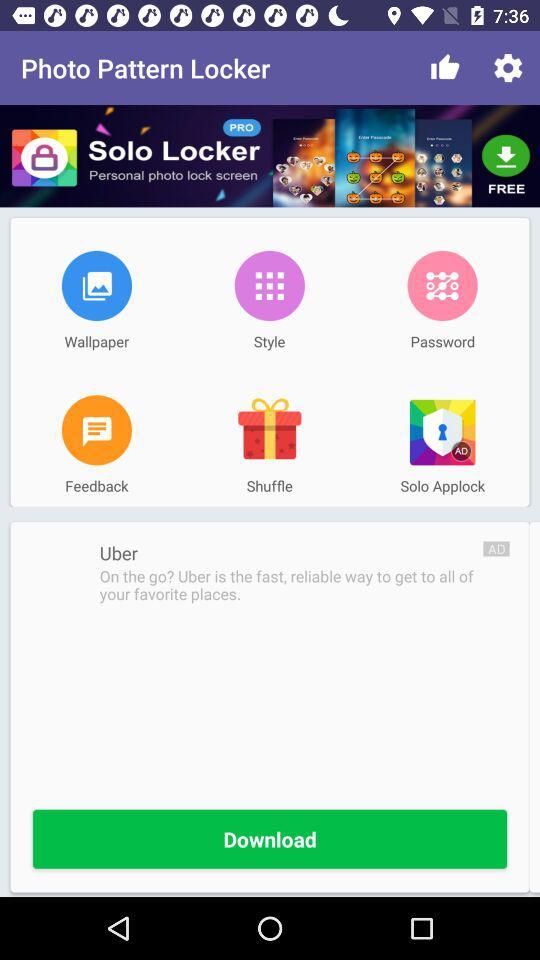 The image size is (540, 960). I want to click on item next to password icon, so click(269, 284).